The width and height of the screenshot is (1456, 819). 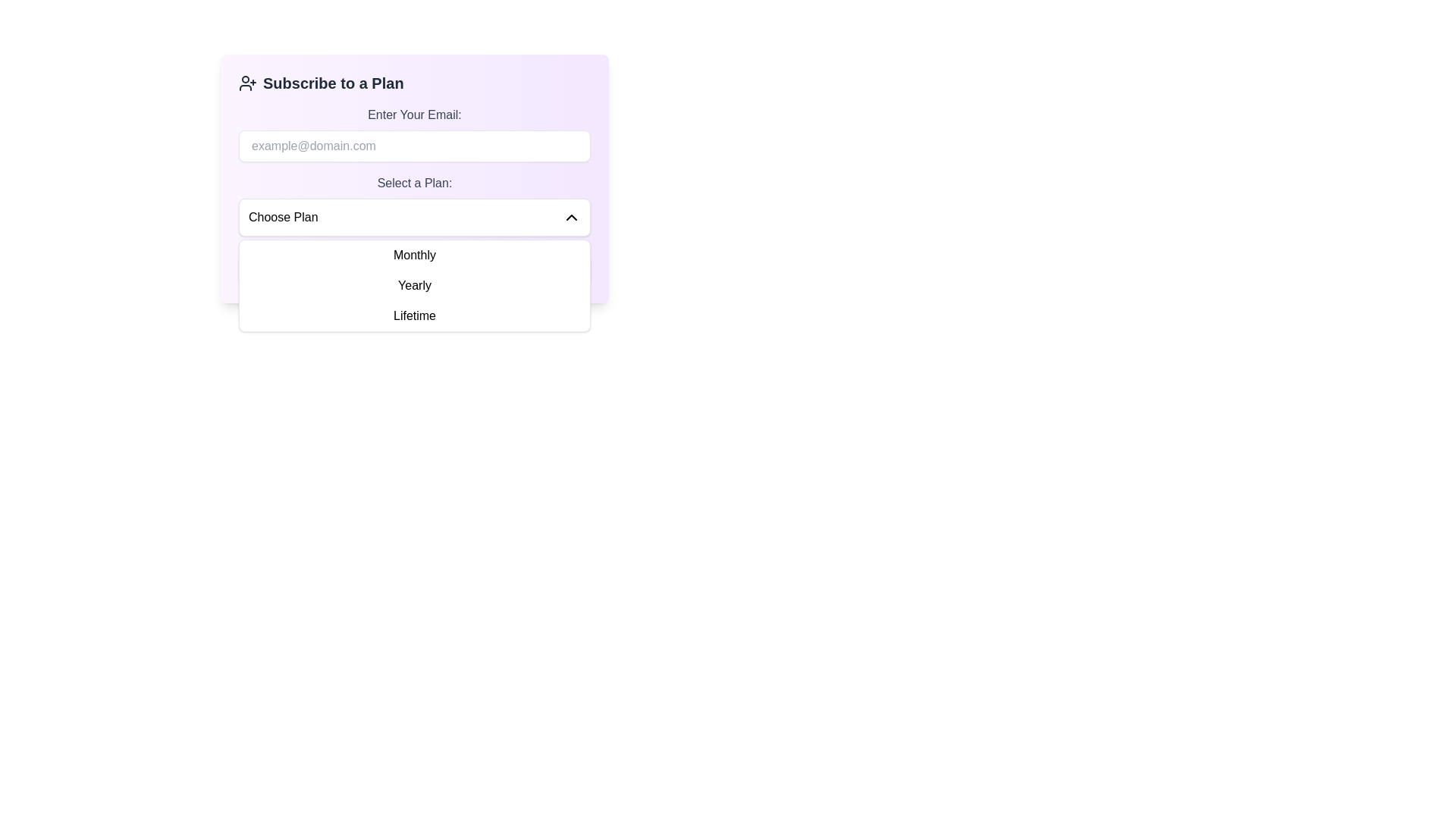 I want to click on the 'Lifetime' option in the dropdown menu located beneath the label 'Select a Plan:', which is the third option in the list, so click(x=415, y=315).